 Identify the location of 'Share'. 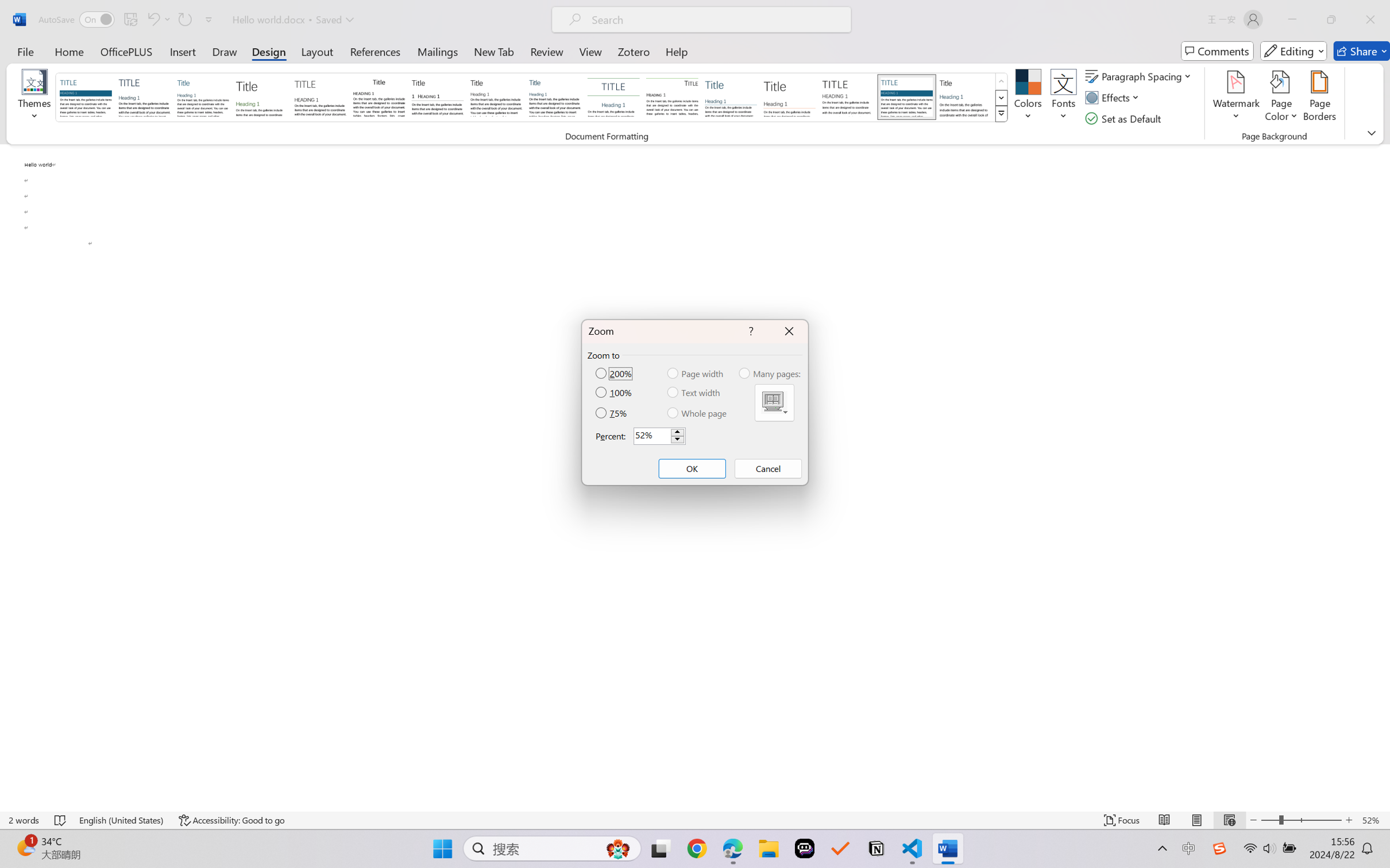
(1361, 51).